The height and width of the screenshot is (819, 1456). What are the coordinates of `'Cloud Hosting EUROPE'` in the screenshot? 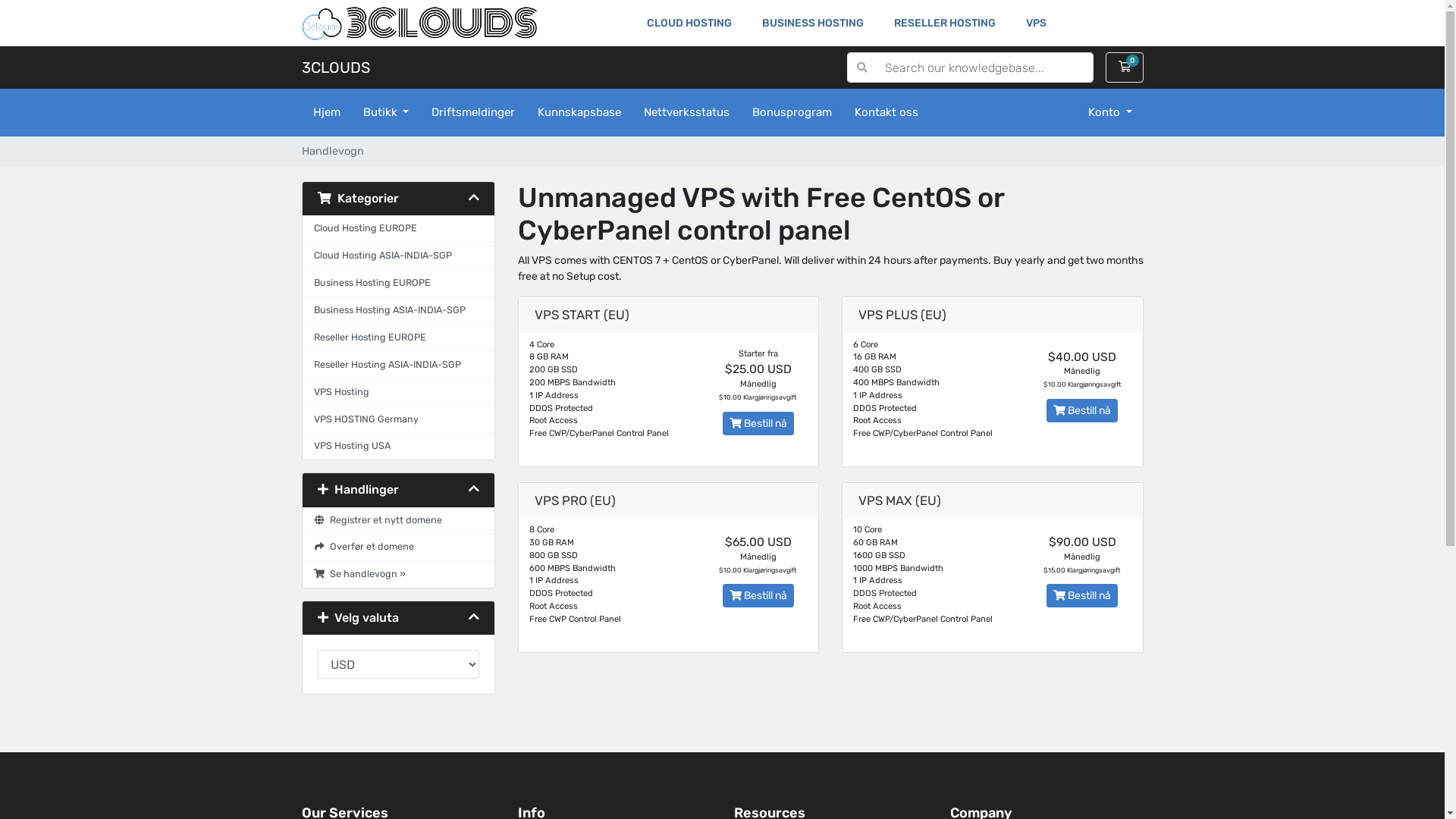 It's located at (302, 228).